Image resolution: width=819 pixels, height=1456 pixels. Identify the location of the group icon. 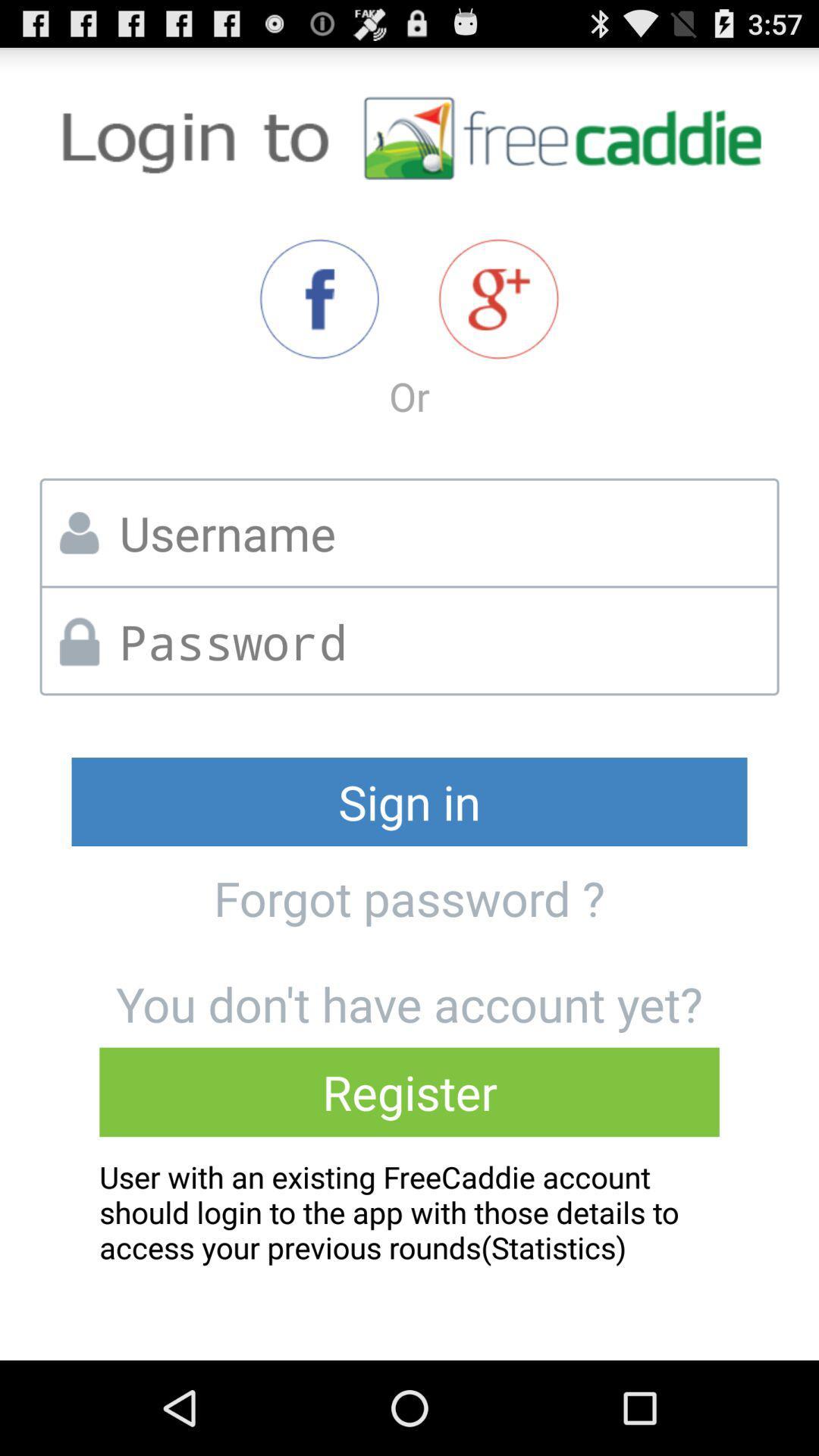
(498, 319).